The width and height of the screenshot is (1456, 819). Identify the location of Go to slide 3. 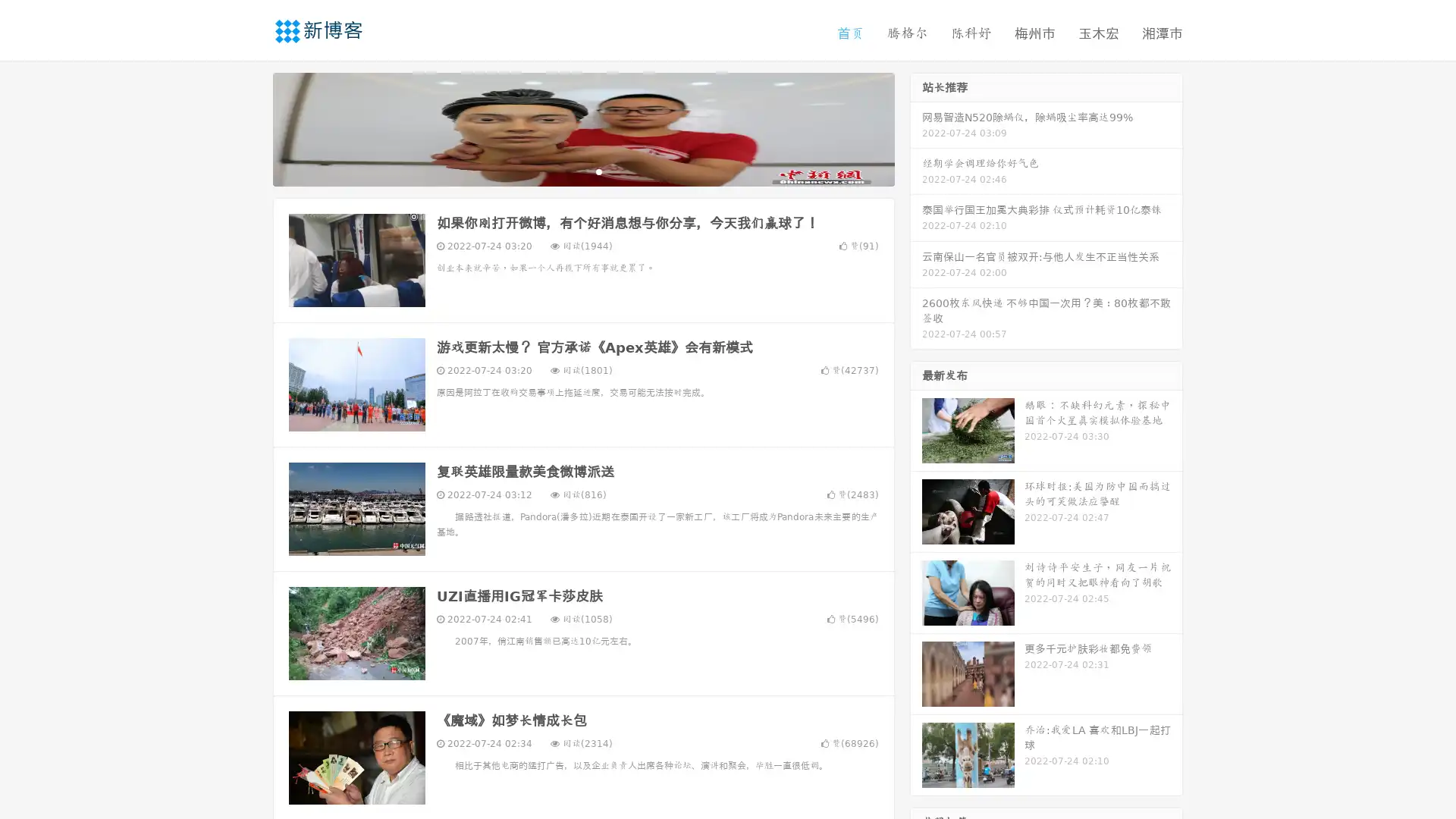
(598, 171).